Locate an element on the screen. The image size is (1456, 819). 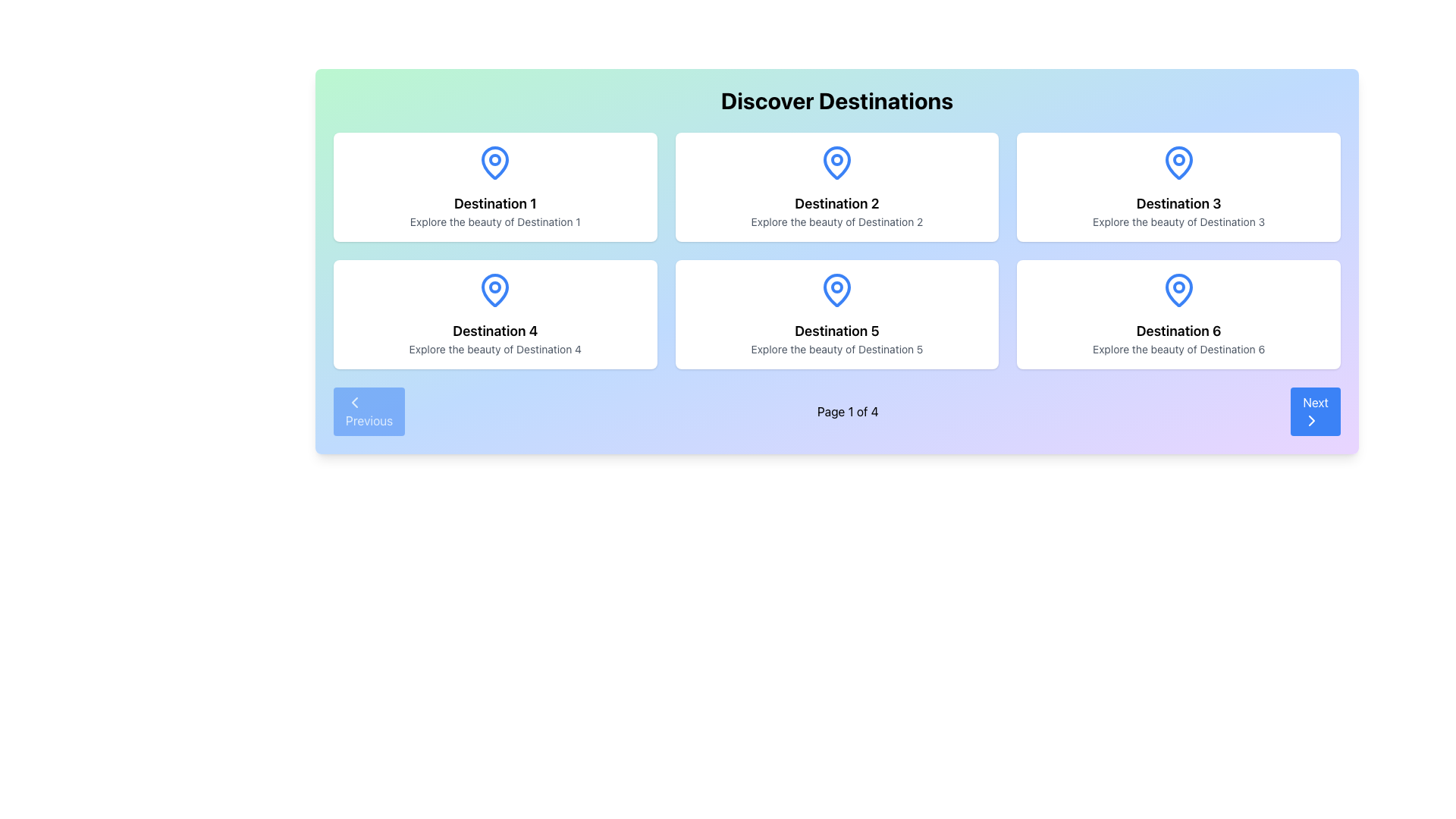
the title text of the card representing 'Destination 6', located in the bottom-right card of a 2x3 grid layout is located at coordinates (1178, 330).